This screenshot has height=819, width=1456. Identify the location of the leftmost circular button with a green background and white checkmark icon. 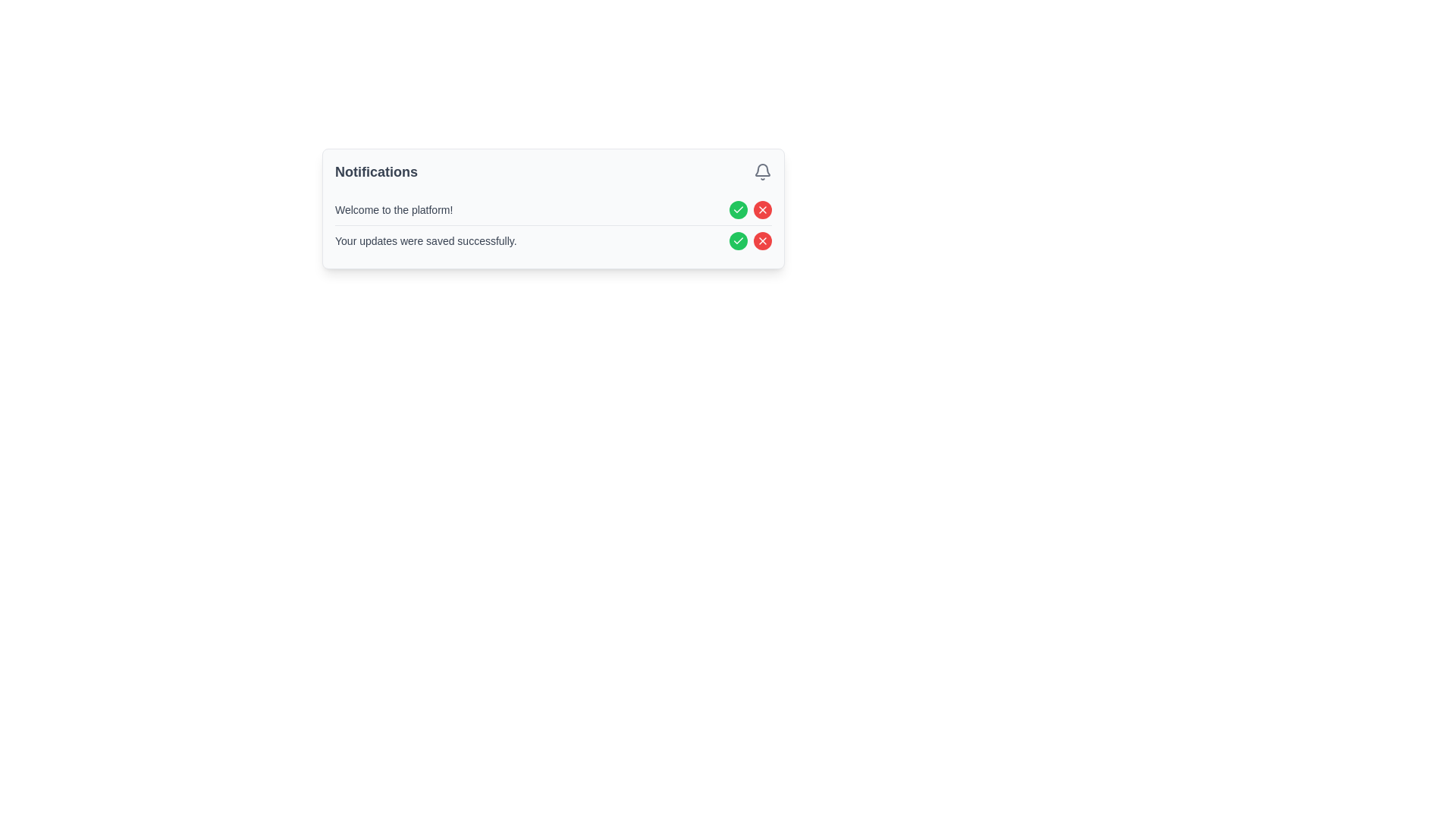
(739, 240).